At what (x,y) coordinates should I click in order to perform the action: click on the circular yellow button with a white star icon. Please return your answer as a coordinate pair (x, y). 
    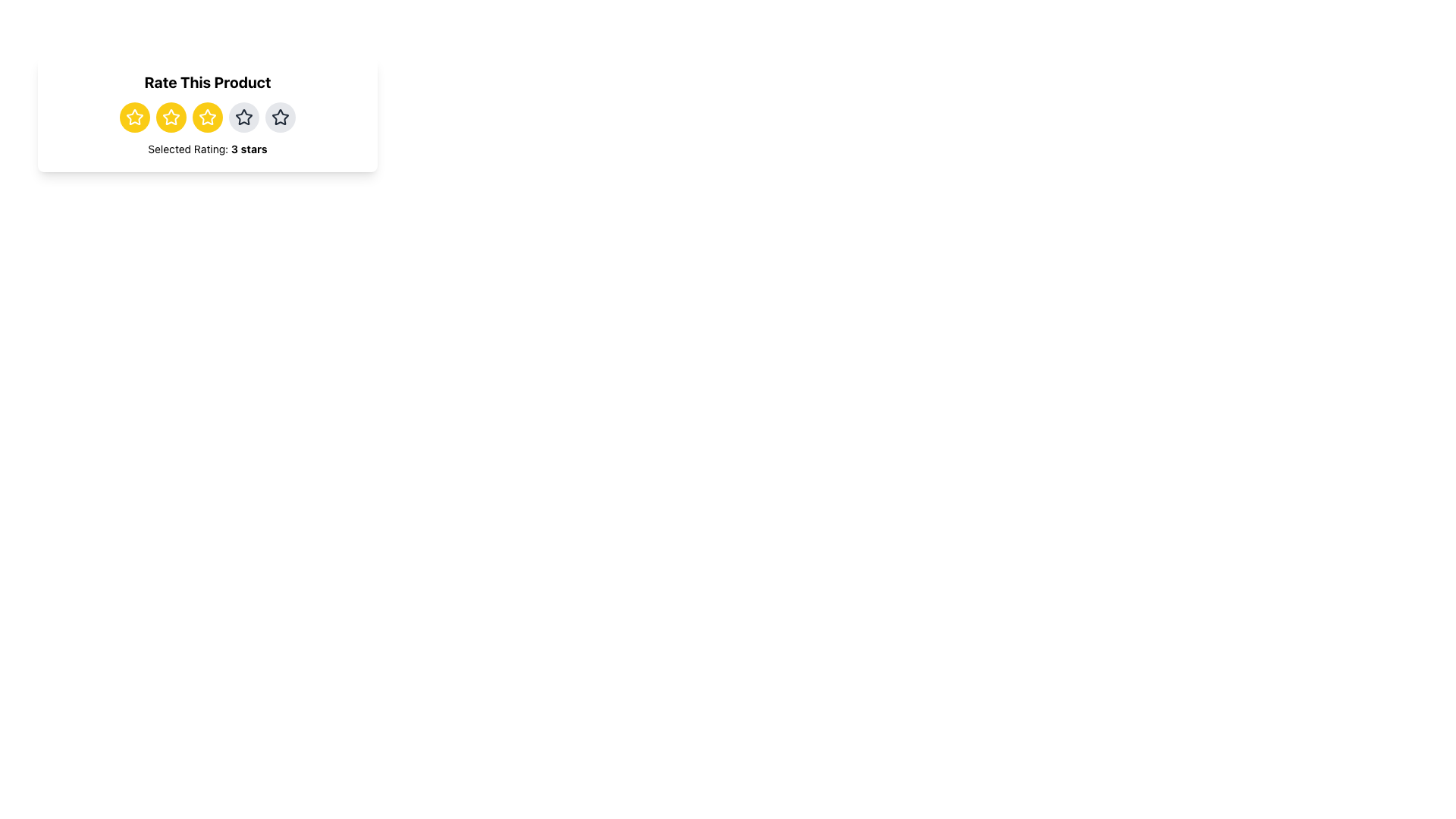
    Looking at the image, I should click on (171, 116).